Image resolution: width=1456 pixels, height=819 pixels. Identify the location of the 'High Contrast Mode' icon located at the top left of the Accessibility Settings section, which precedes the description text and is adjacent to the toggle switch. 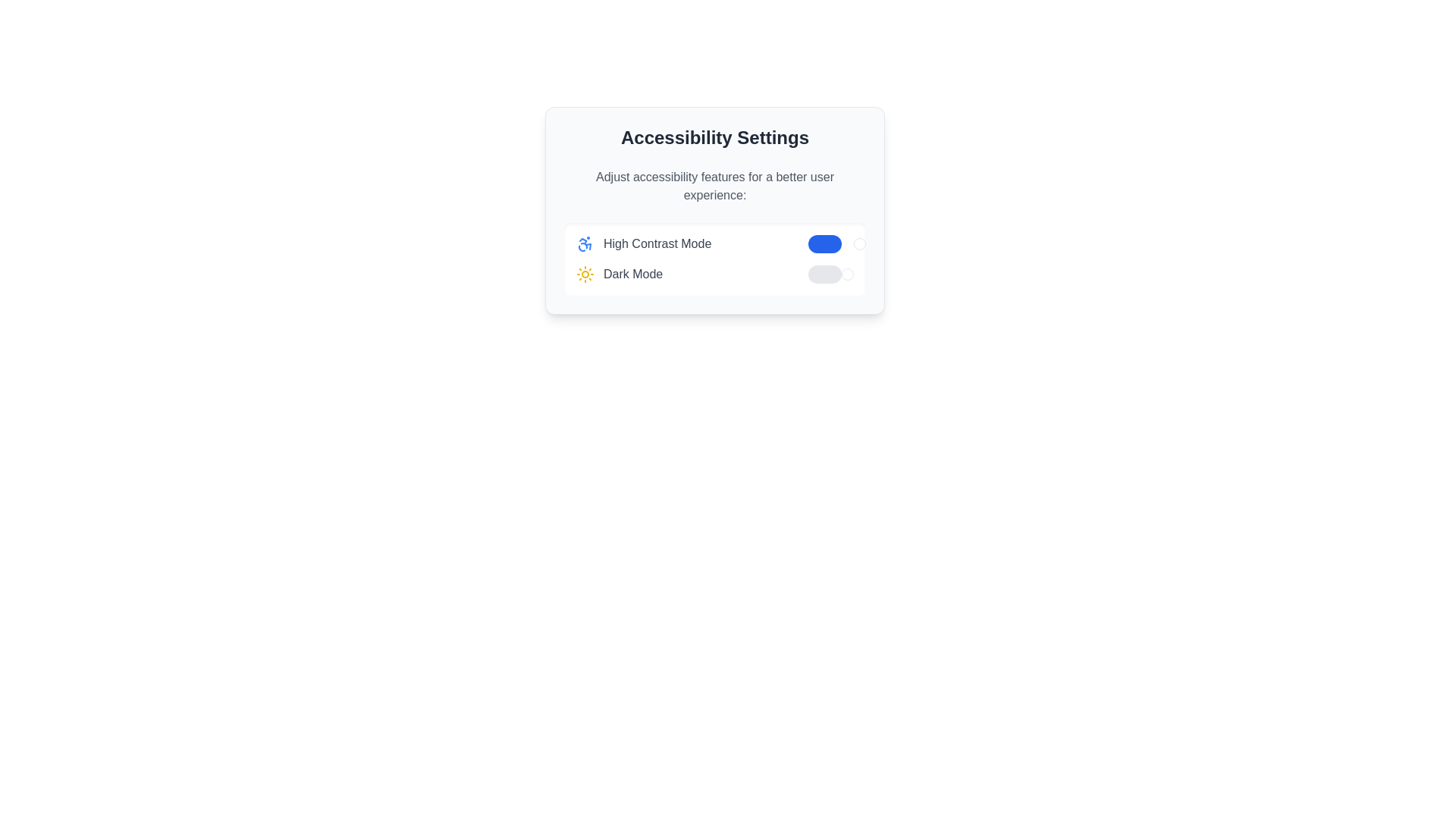
(585, 243).